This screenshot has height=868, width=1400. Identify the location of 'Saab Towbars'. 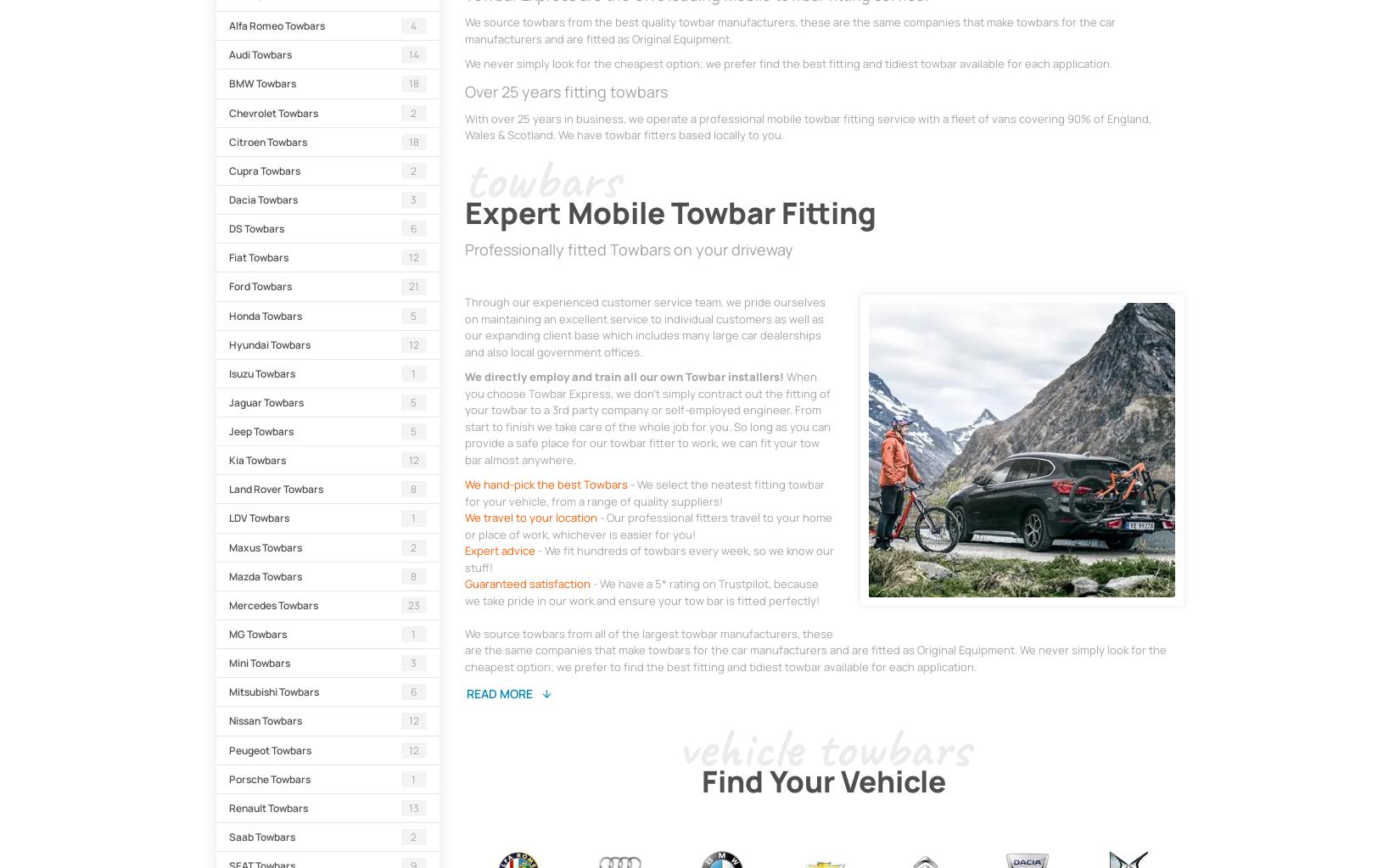
(262, 836).